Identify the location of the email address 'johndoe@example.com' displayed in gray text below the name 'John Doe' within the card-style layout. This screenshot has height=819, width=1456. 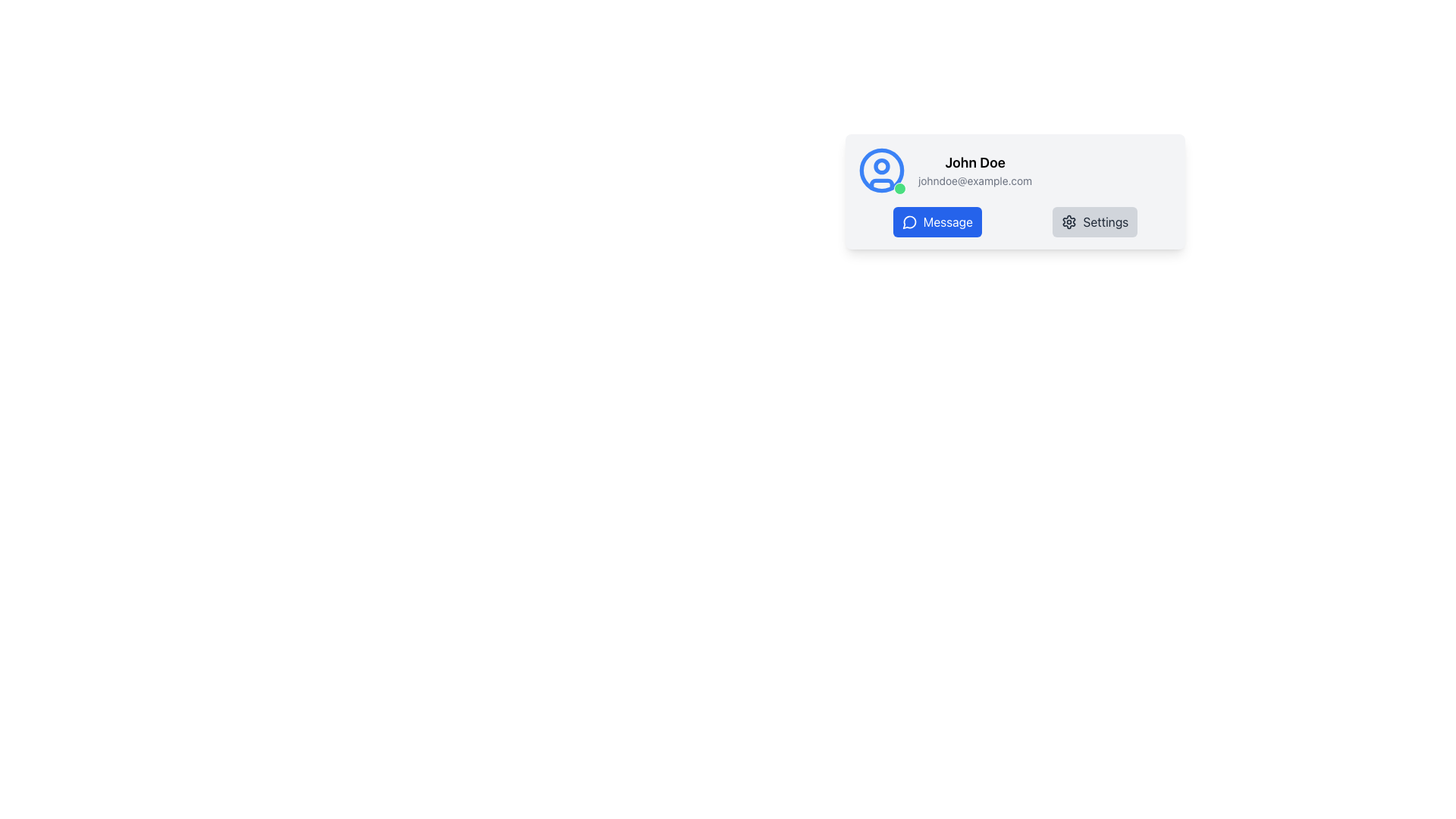
(975, 180).